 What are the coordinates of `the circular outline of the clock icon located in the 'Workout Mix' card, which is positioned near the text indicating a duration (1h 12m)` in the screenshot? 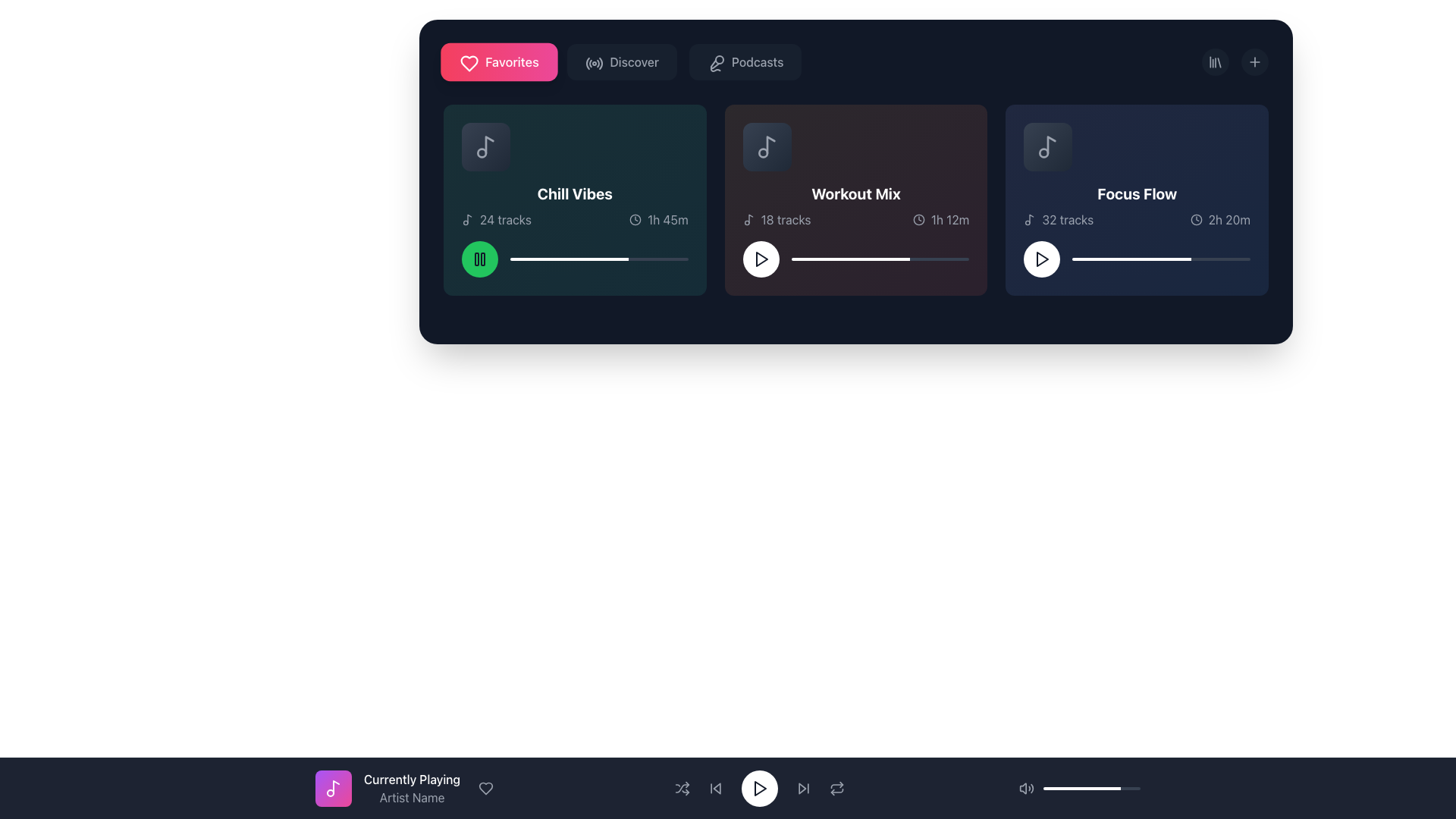 It's located at (918, 219).